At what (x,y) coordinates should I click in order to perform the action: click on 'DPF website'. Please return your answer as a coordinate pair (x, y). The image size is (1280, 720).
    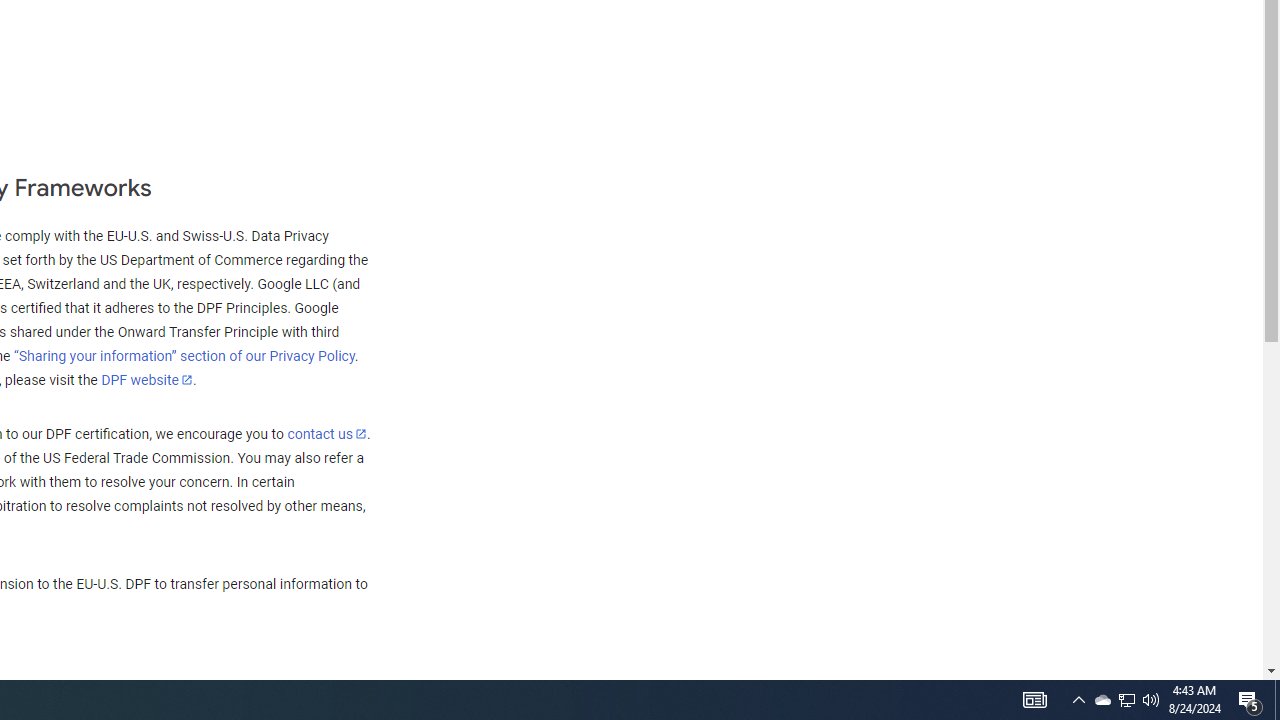
    Looking at the image, I should click on (146, 379).